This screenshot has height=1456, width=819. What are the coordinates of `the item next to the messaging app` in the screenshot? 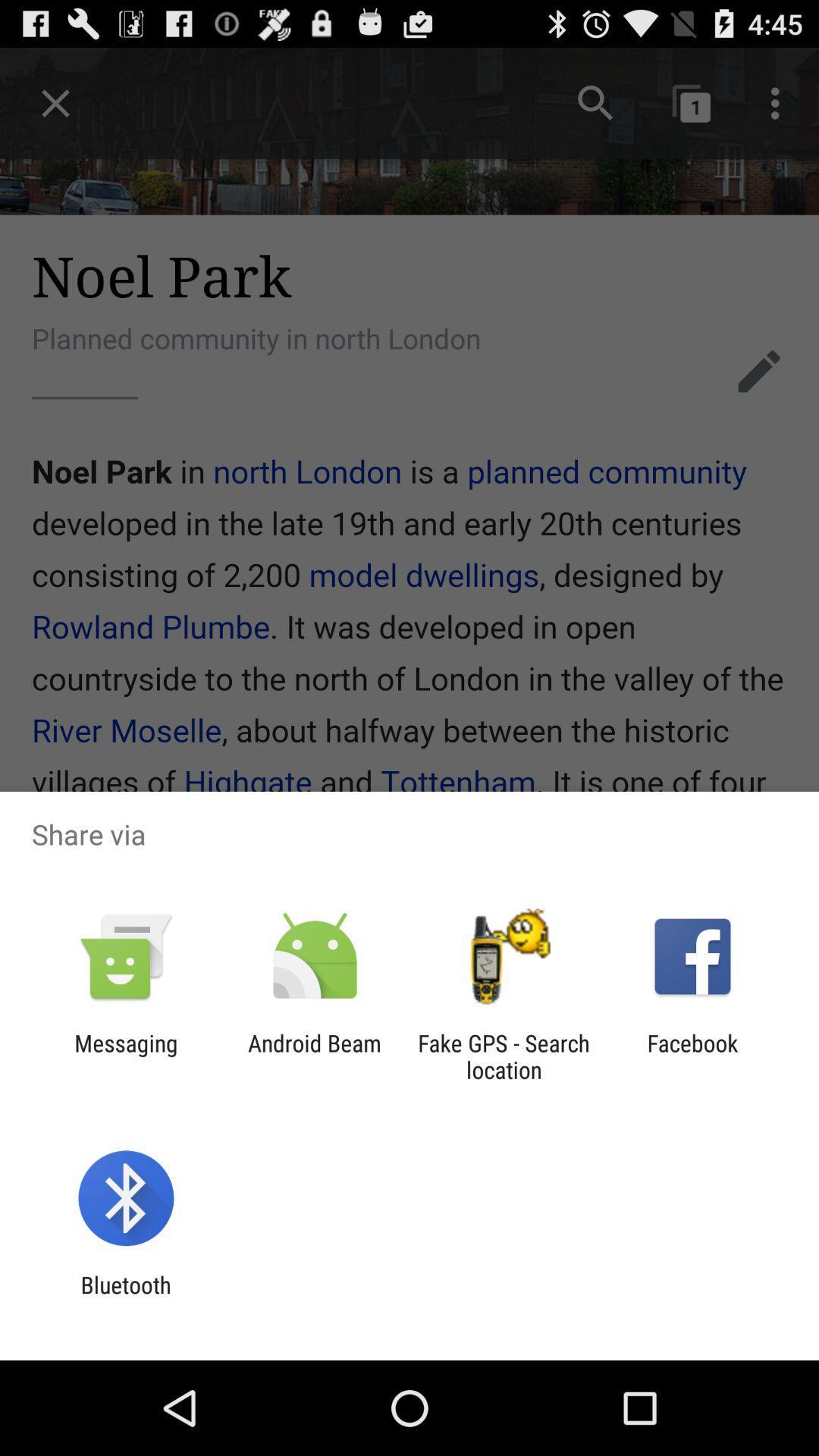 It's located at (314, 1056).